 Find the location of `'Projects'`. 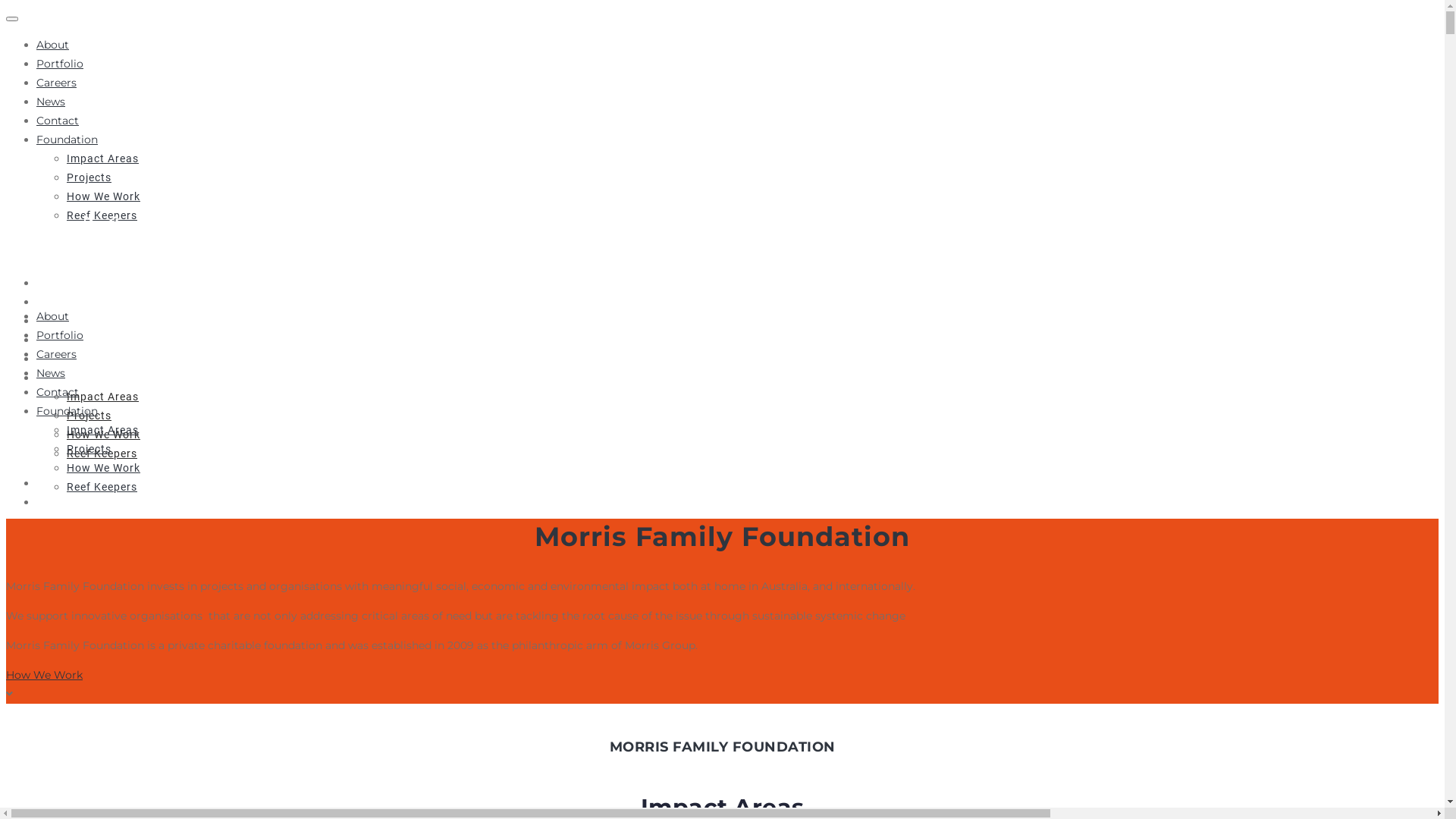

'Projects' is located at coordinates (88, 447).